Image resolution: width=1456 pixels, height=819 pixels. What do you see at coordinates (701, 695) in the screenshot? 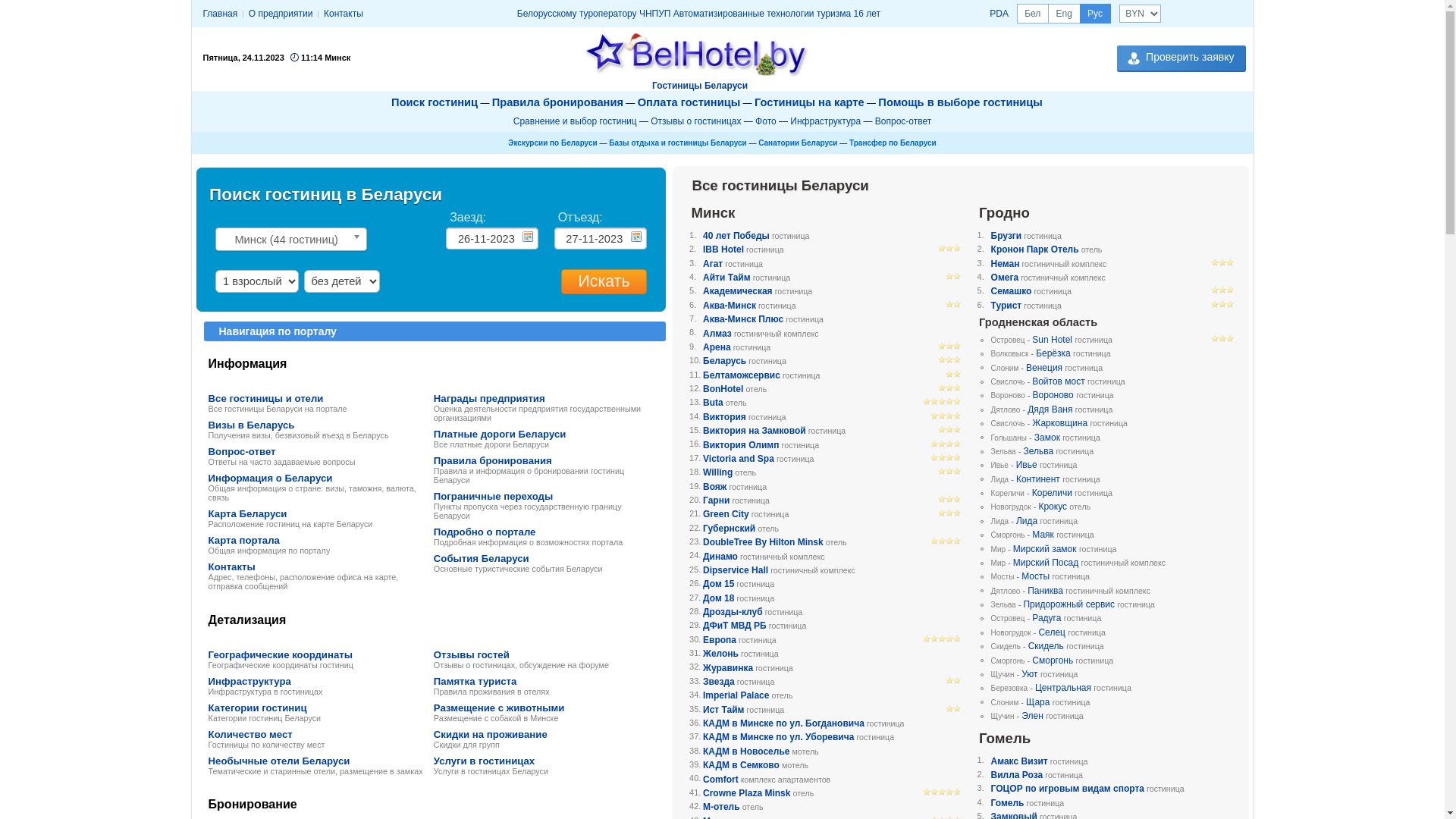
I see `'Imperial Palace'` at bounding box center [701, 695].